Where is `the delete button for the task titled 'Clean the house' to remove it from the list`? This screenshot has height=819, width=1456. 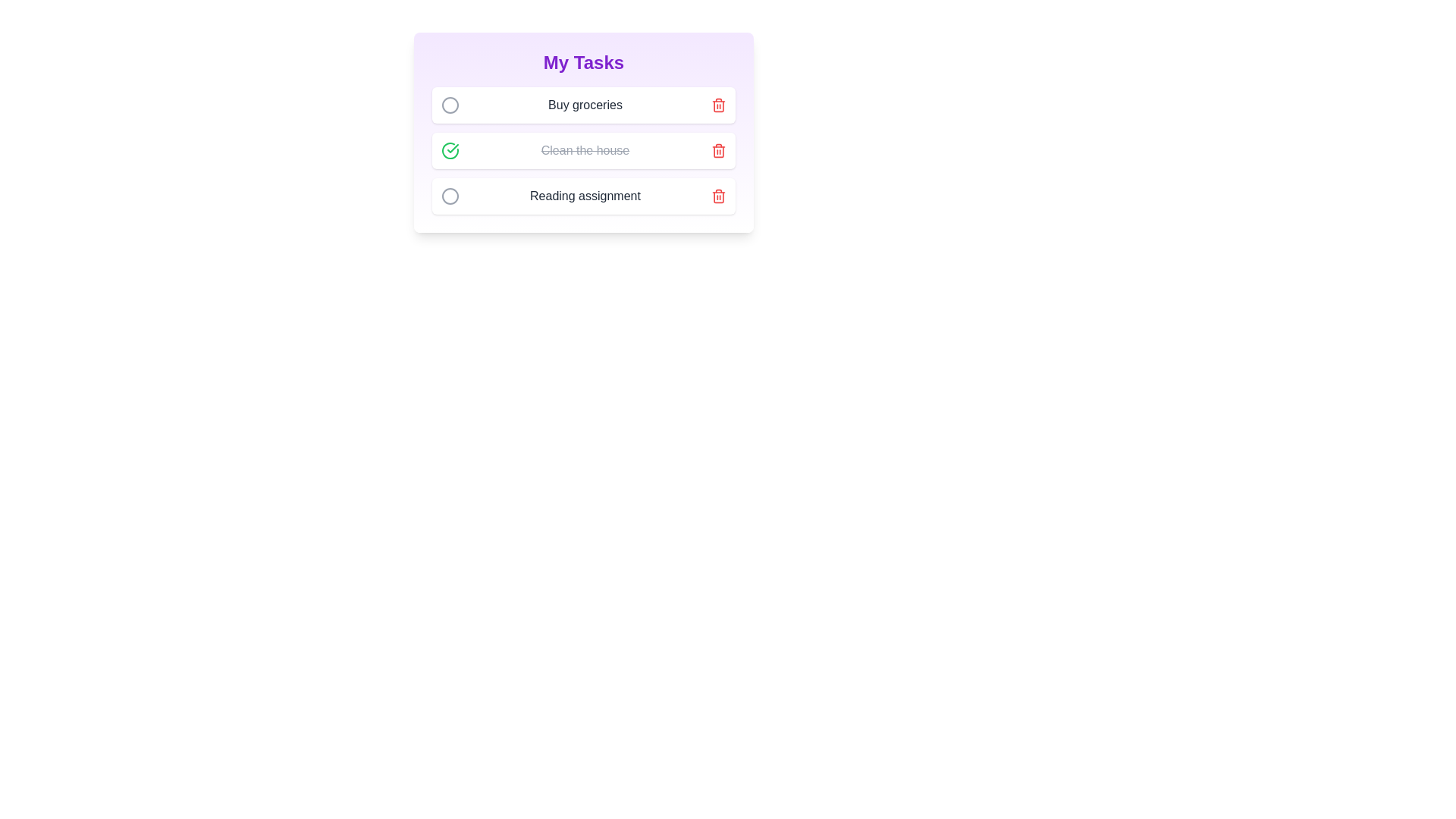
the delete button for the task titled 'Clean the house' to remove it from the list is located at coordinates (718, 151).